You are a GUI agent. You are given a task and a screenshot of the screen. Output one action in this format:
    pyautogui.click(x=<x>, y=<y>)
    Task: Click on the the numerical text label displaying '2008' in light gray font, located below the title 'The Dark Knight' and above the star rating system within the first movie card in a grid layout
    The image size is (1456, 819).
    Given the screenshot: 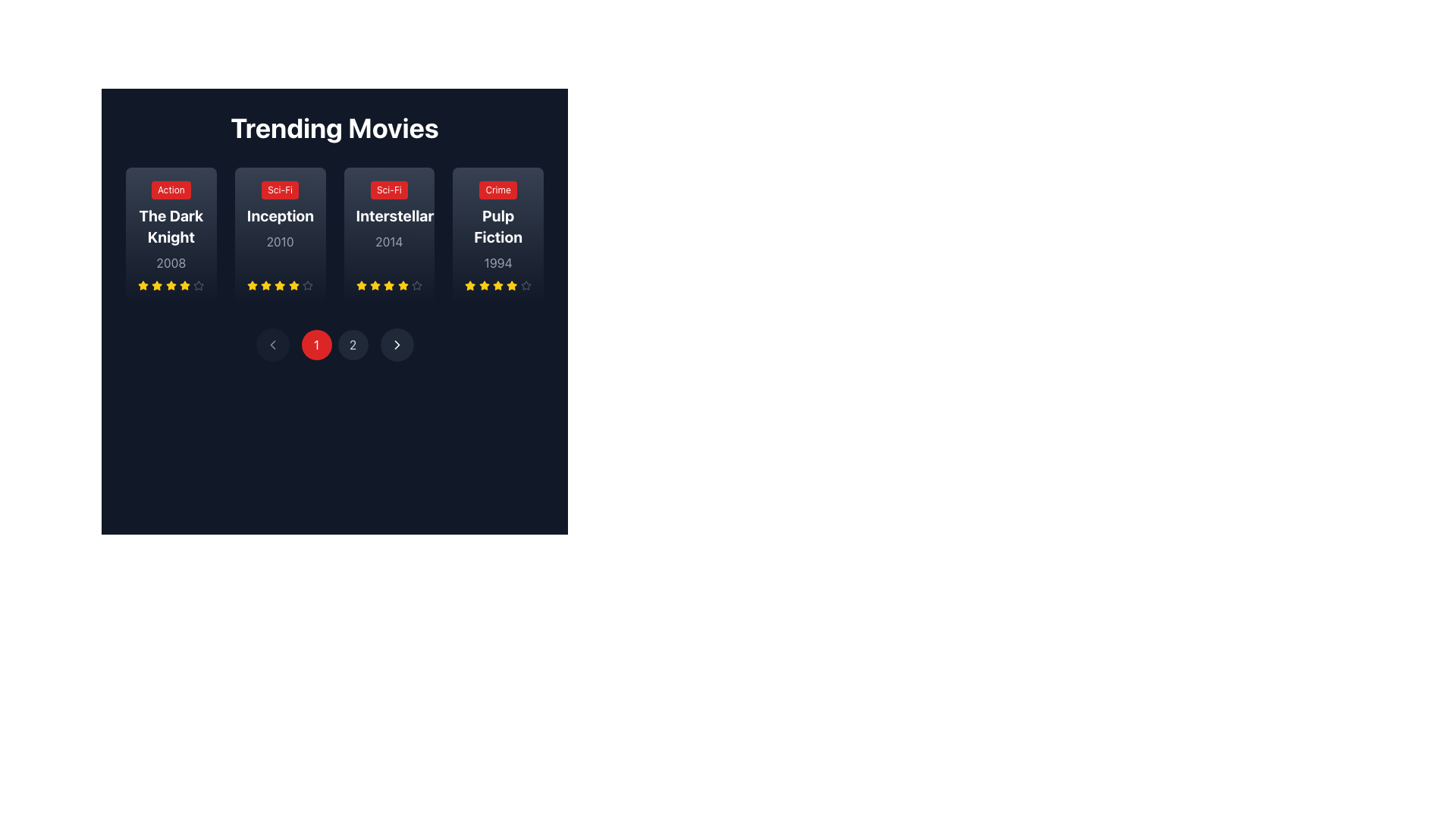 What is the action you would take?
    pyautogui.click(x=171, y=262)
    